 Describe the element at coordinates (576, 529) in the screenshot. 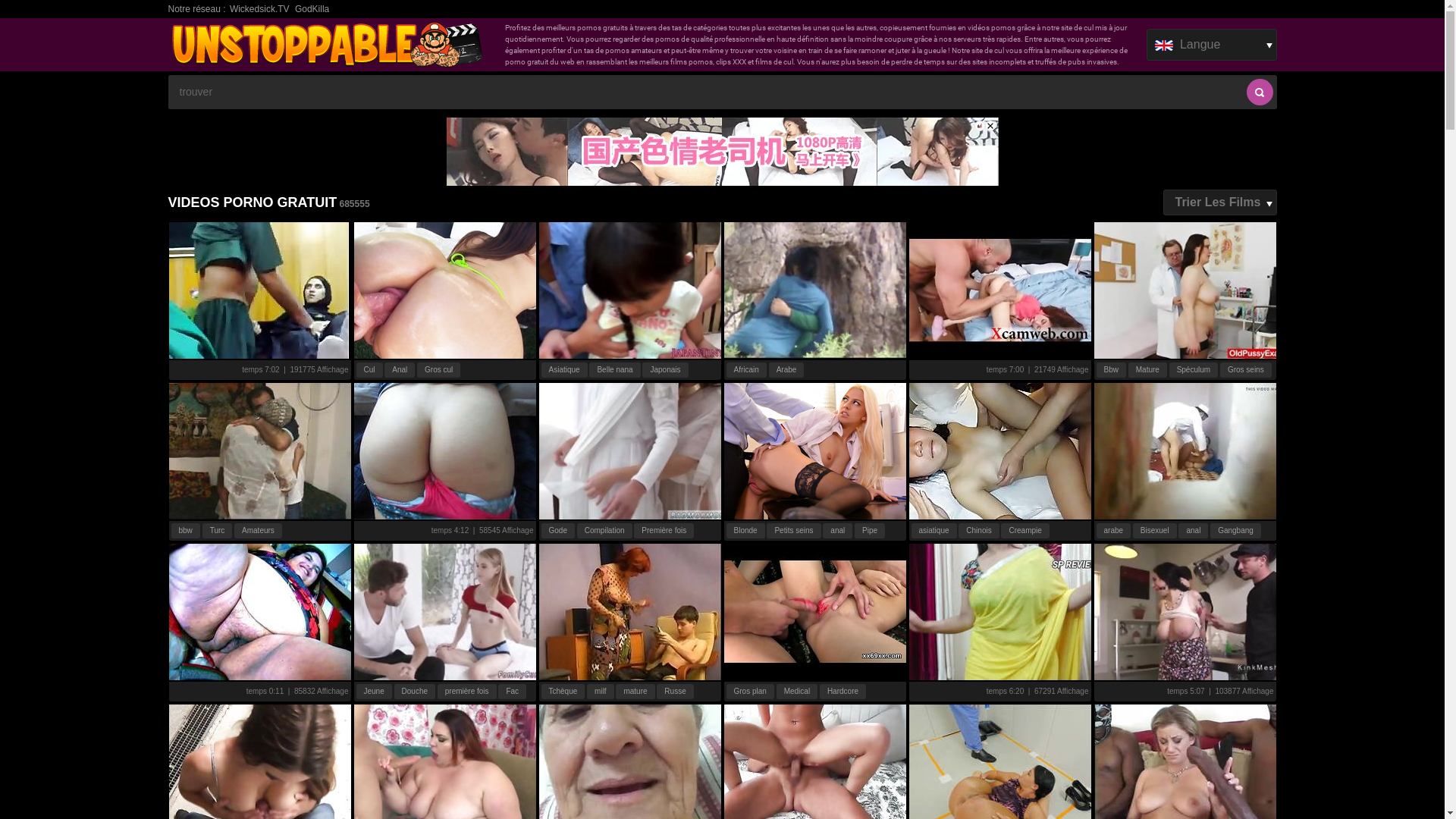

I see `'Compilation'` at that location.